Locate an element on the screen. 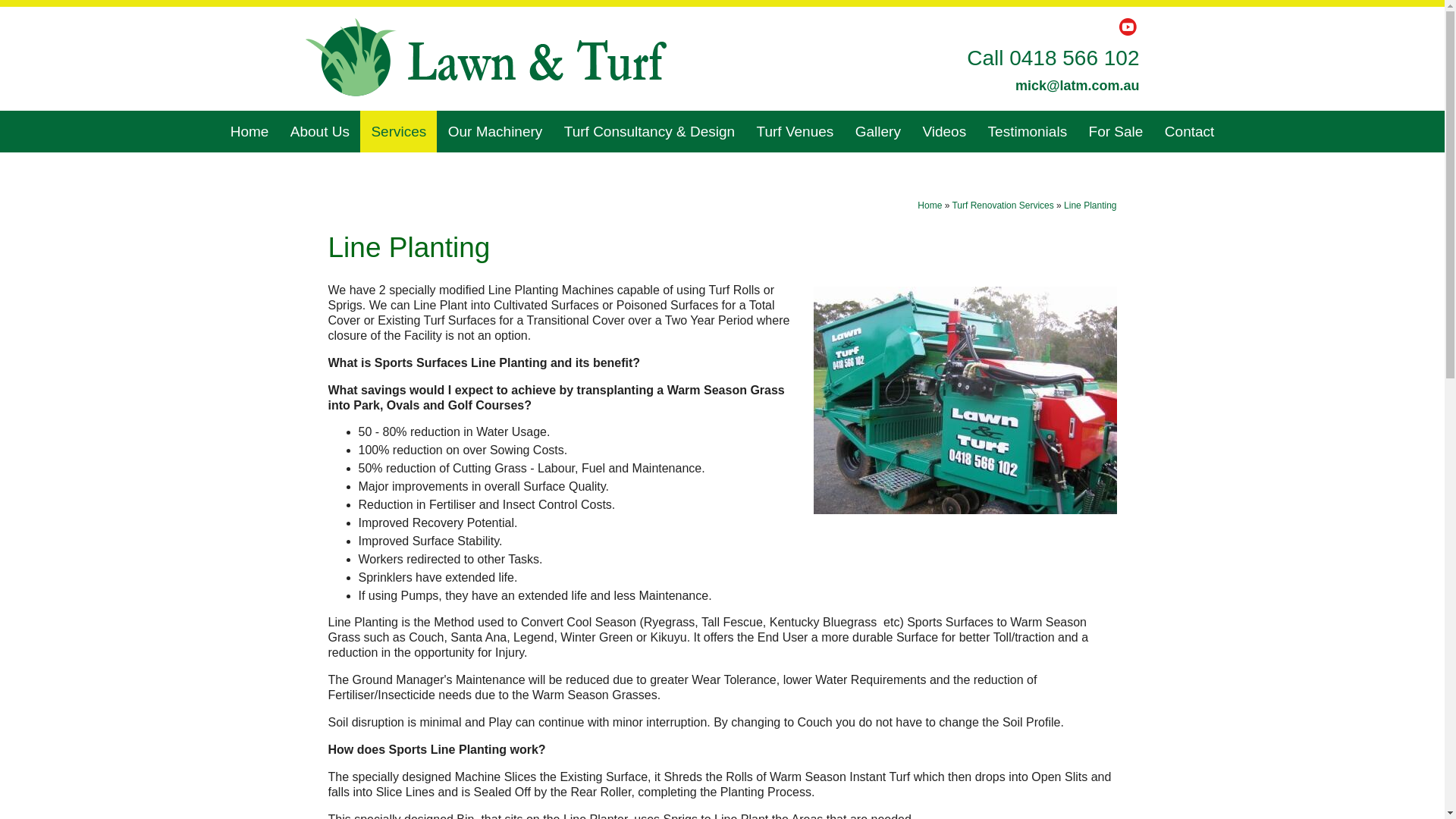  '0418 566 102' is located at coordinates (1073, 57).